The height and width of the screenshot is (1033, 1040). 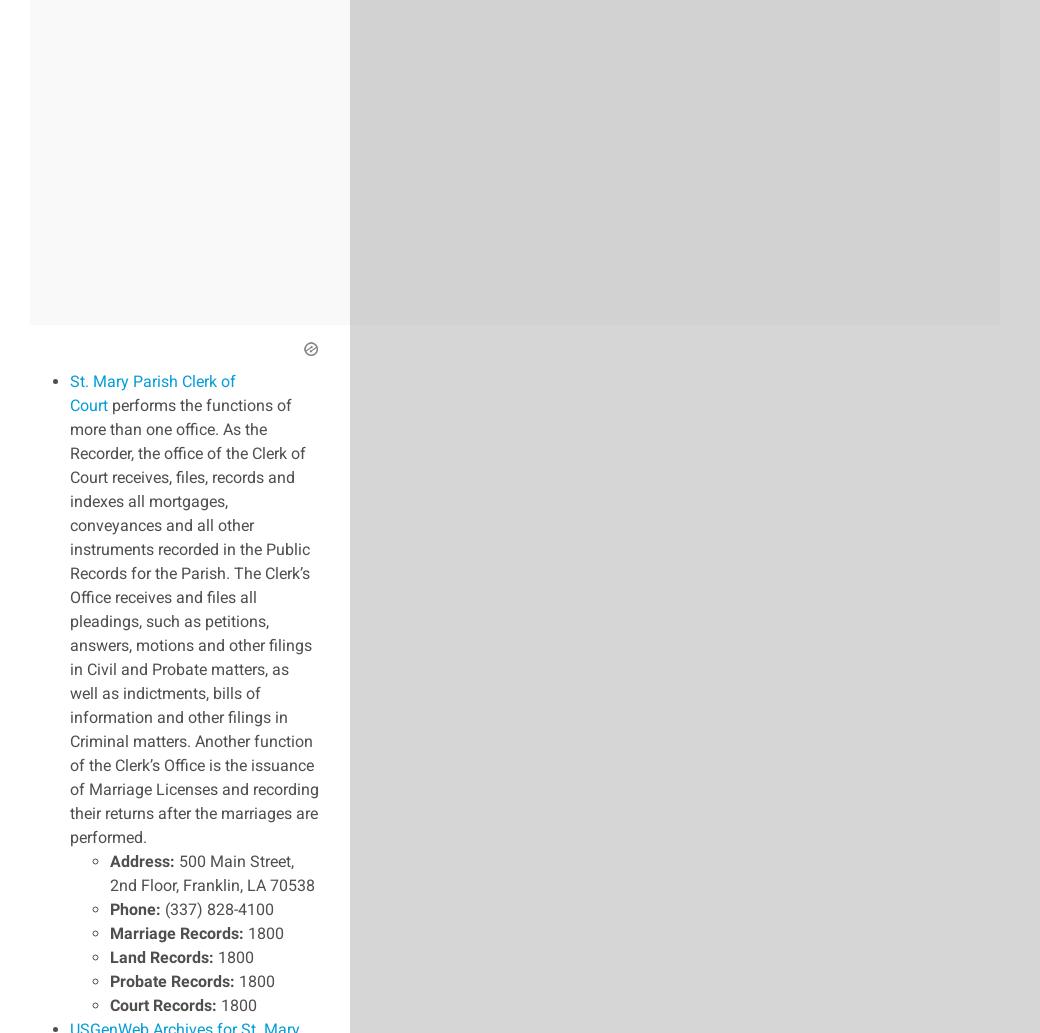 I want to click on '500 Main Street, 2nd Floor, Franklin, LA 70538', so click(x=212, y=871).